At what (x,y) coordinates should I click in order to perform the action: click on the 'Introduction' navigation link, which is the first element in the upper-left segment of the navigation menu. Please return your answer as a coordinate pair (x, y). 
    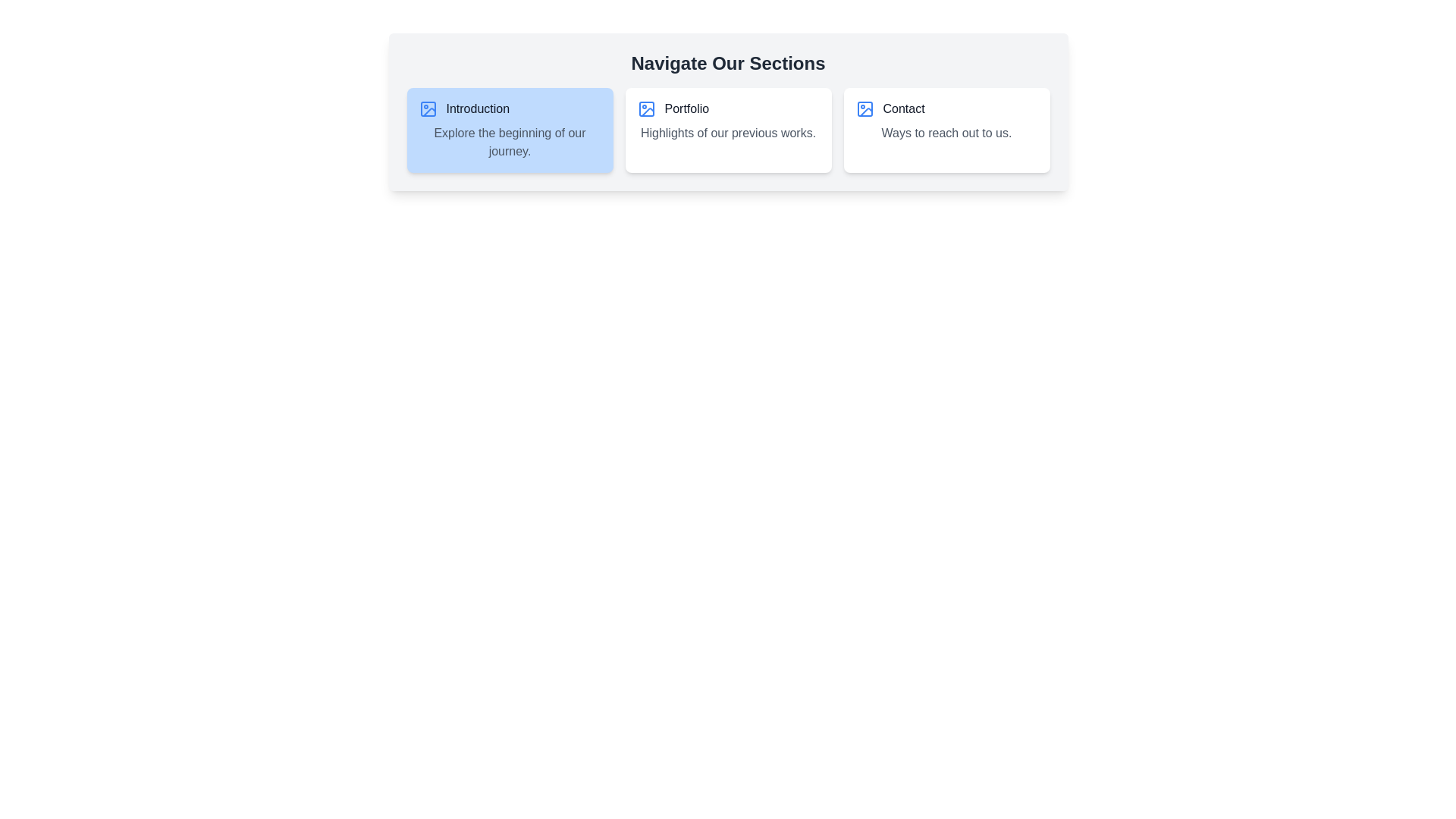
    Looking at the image, I should click on (510, 108).